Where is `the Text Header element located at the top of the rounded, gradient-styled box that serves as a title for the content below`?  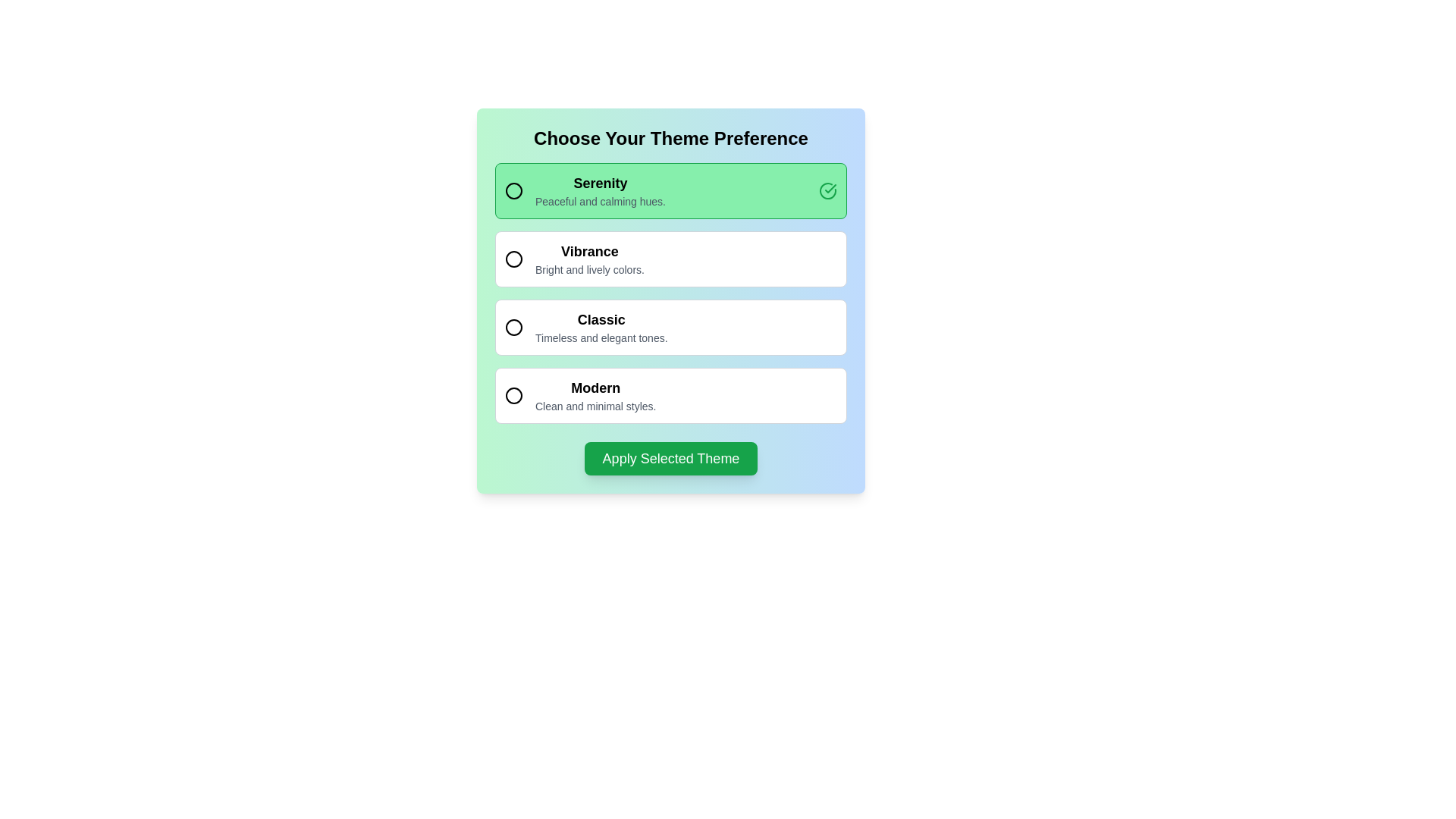 the Text Header element located at the top of the rounded, gradient-styled box that serves as a title for the content below is located at coordinates (670, 138).